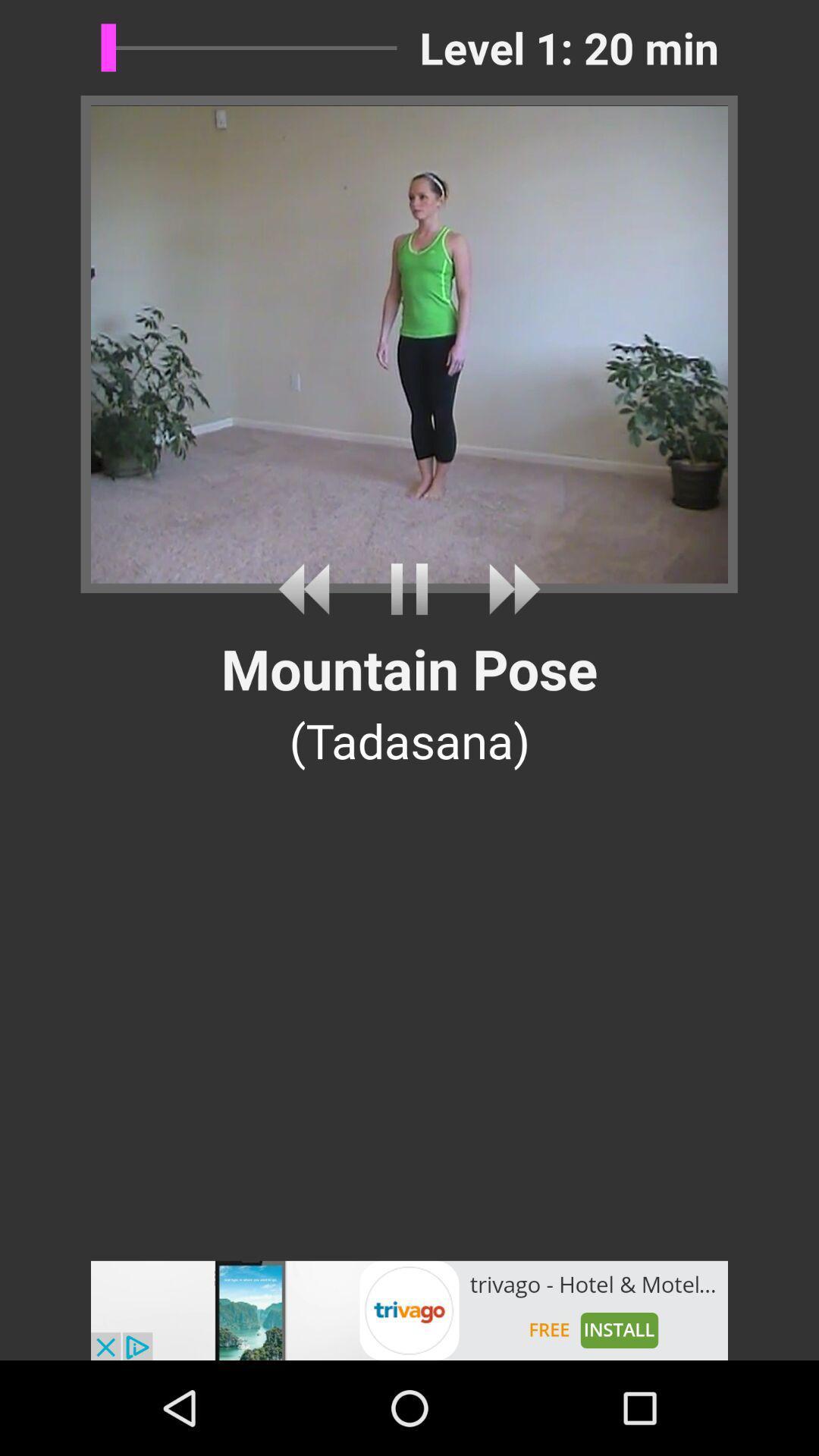 The height and width of the screenshot is (1456, 819). Describe the element at coordinates (409, 588) in the screenshot. I see `switch to stop option` at that location.